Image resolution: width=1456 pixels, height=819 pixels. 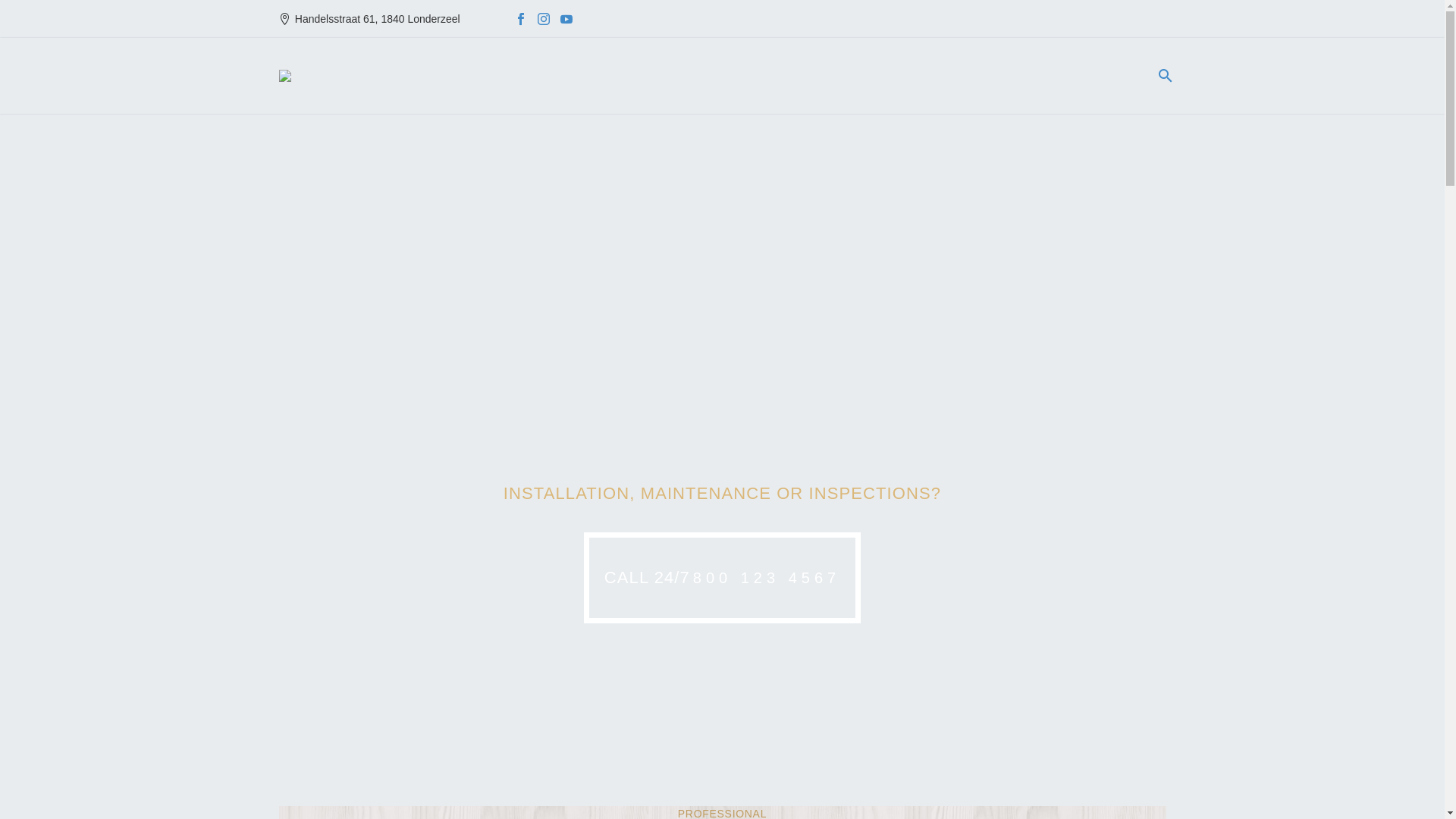 I want to click on 'Facebook', so click(x=520, y=18).